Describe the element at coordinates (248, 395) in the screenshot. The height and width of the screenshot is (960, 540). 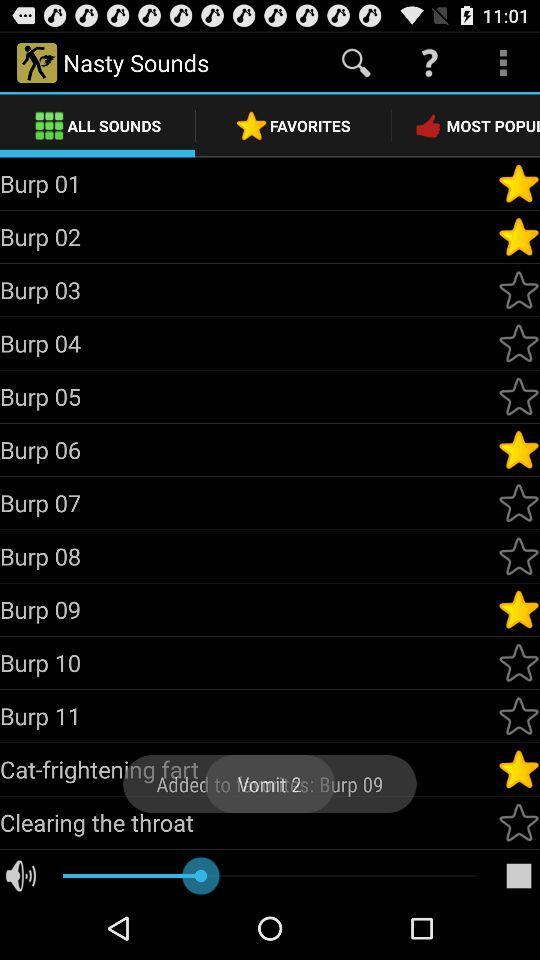
I see `the burp 05 item` at that location.